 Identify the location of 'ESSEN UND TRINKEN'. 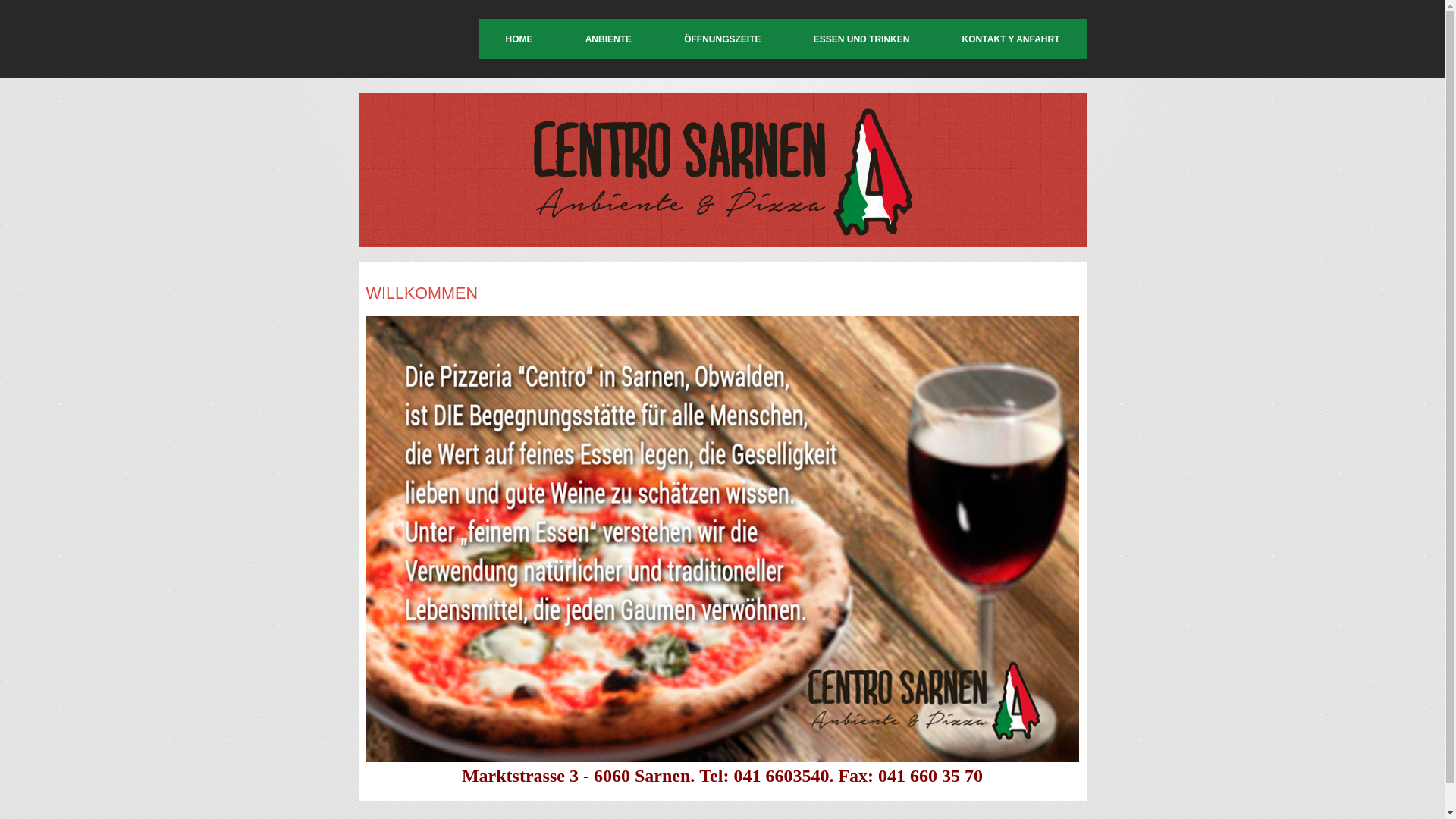
(861, 38).